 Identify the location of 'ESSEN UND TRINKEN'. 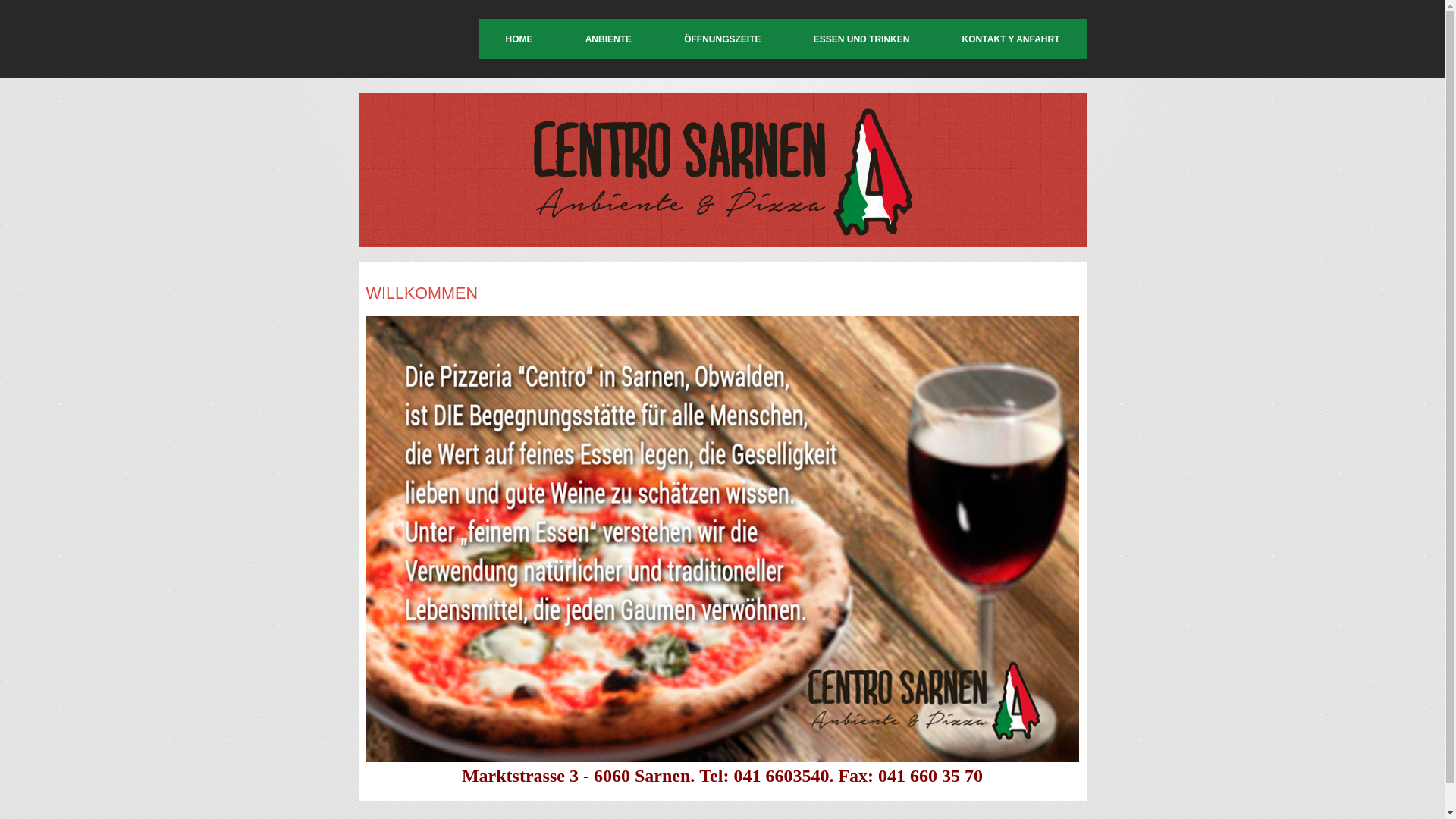
(861, 38).